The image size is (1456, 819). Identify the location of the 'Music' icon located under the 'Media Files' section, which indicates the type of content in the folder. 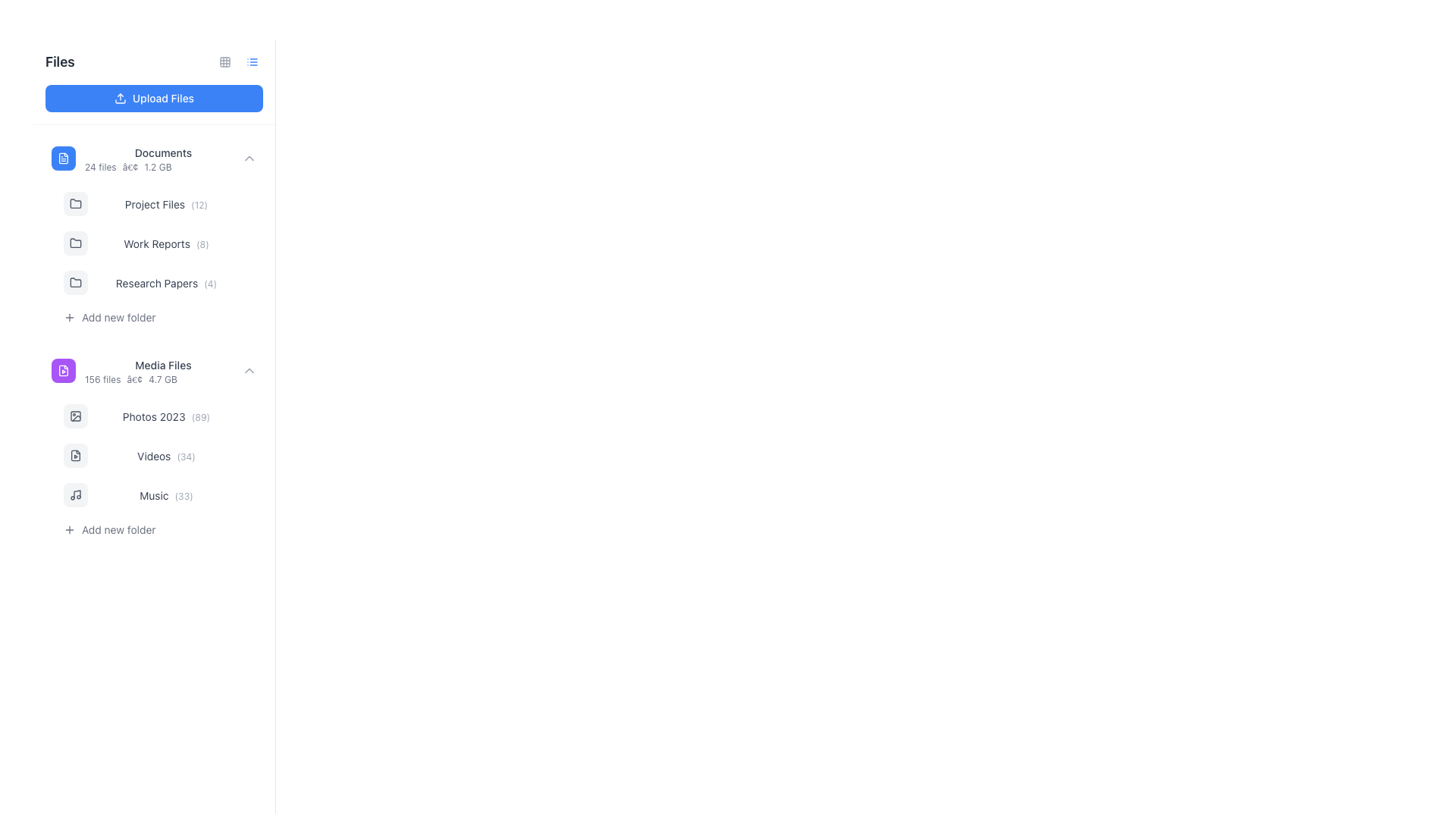
(75, 494).